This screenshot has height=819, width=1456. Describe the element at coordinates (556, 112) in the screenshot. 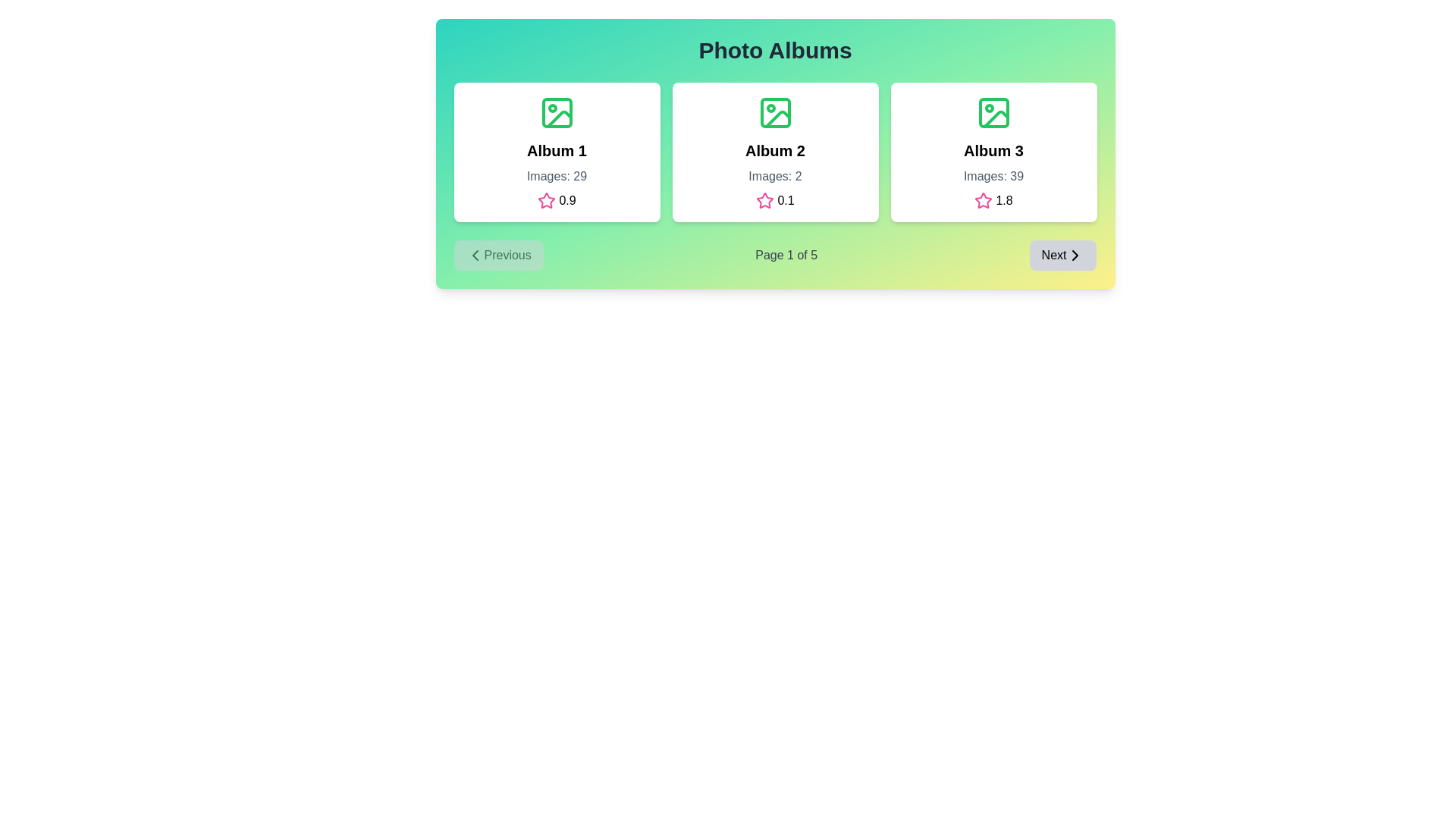

I see `the decorative icon located at the top center of the first album card labeled 'Album 1', positioned just above the album title text` at that location.